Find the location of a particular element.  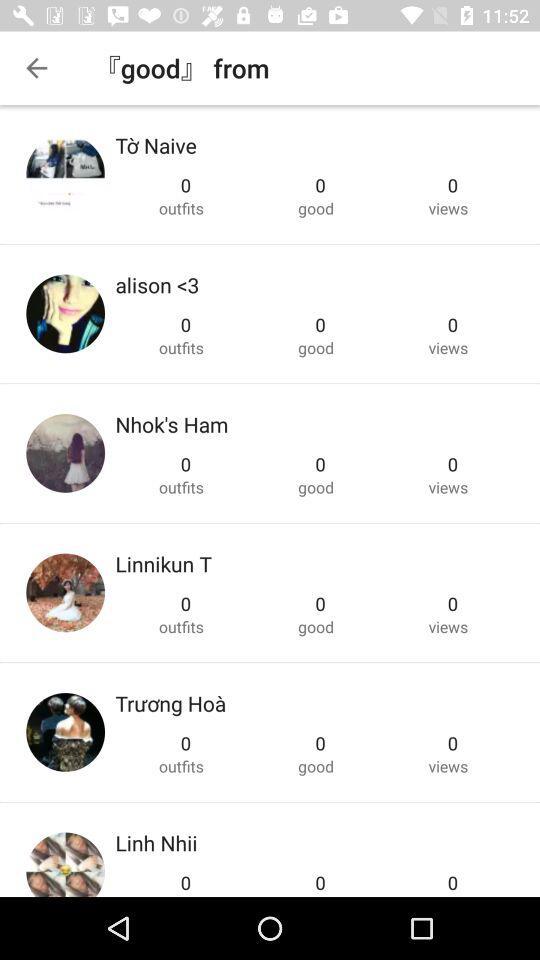

item above the   0 item is located at coordinates (155, 841).